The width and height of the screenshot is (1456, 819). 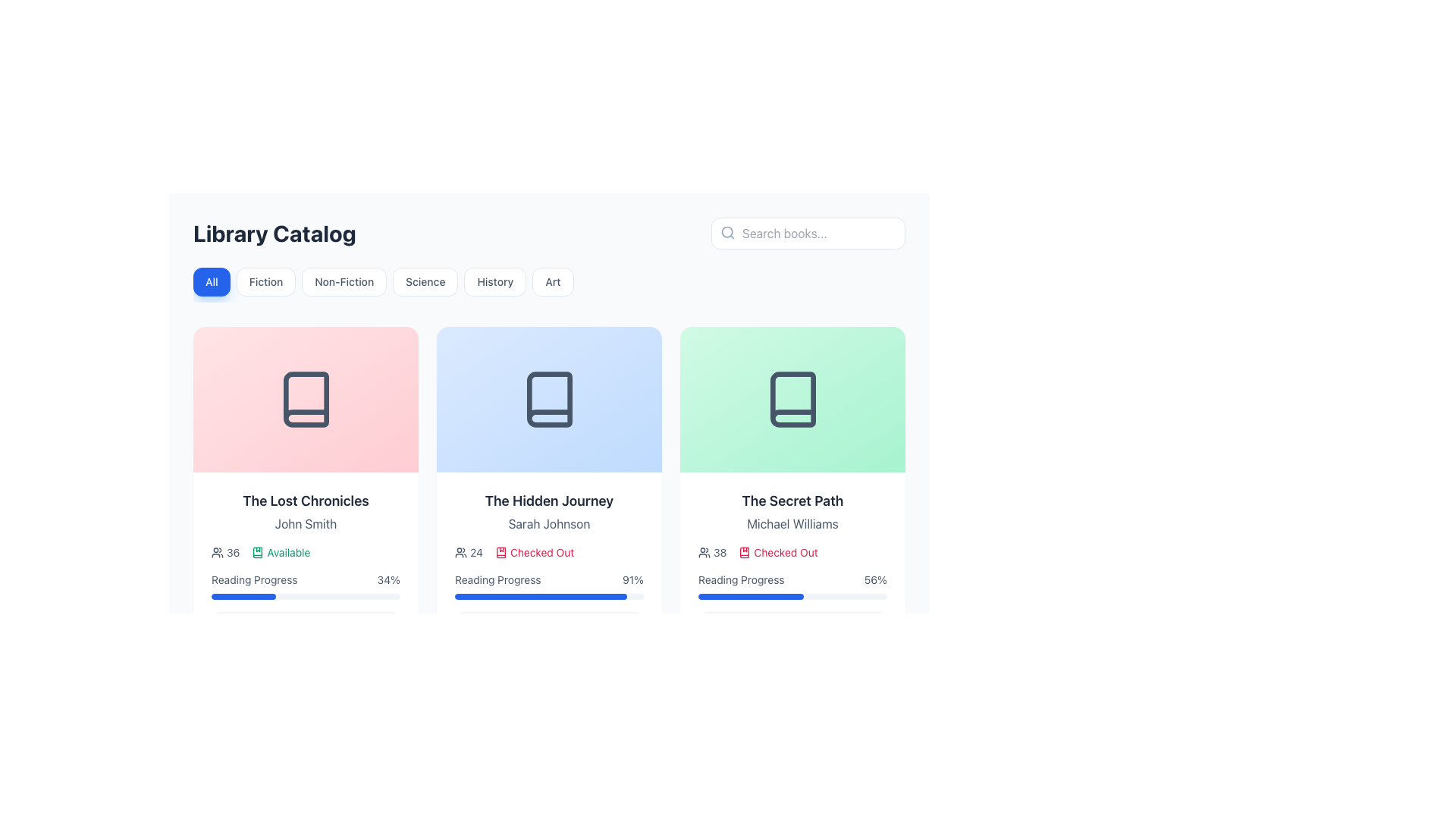 I want to click on the bookmark icon located in the middle of the second card in a horizontal row of three cards, adjacent to the 'Checked Out' text, so click(x=500, y=553).